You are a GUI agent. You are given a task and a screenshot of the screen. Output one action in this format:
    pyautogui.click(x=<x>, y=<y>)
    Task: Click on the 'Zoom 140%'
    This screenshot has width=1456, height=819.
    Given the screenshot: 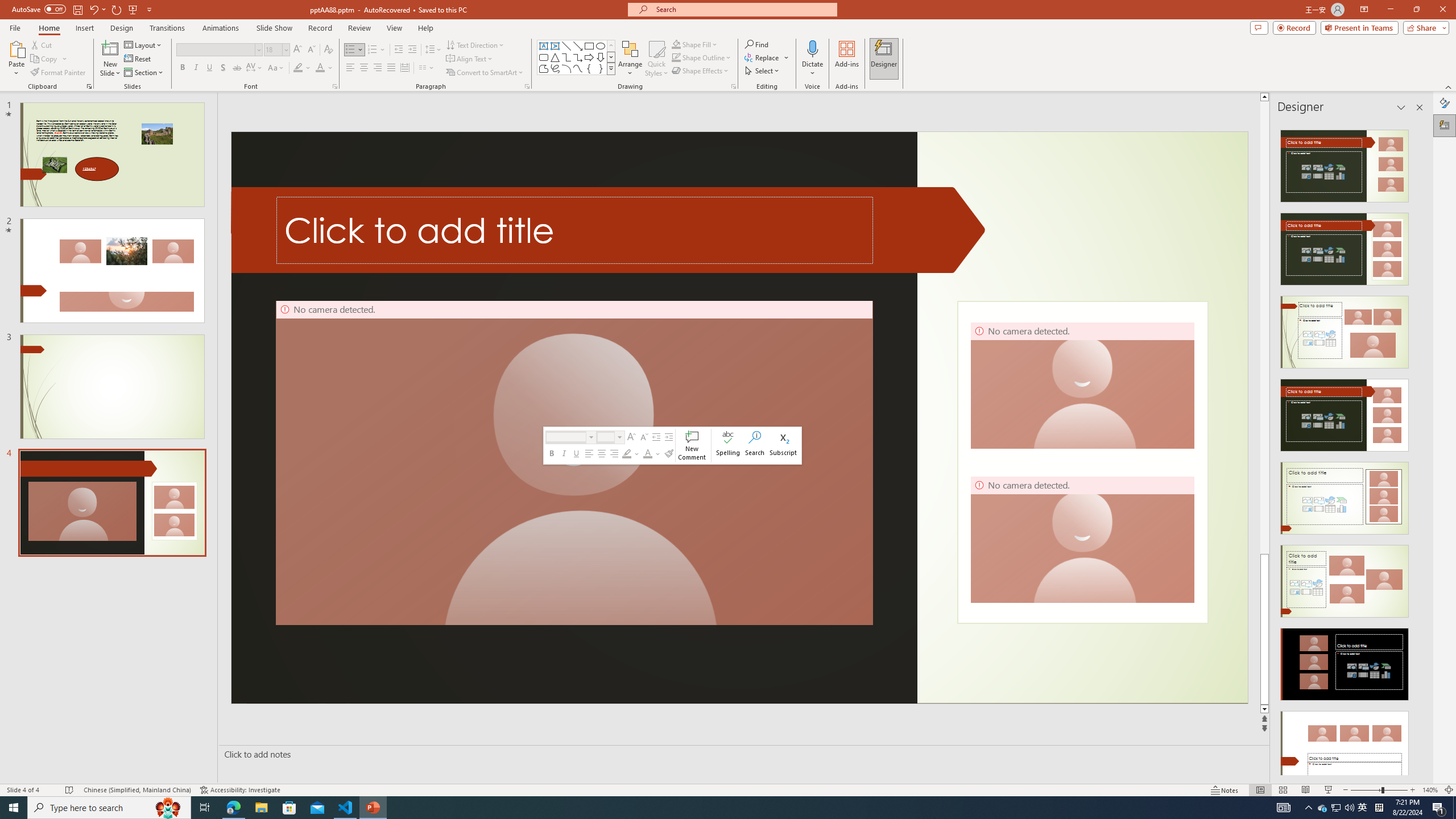 What is the action you would take?
    pyautogui.click(x=1430, y=790)
    